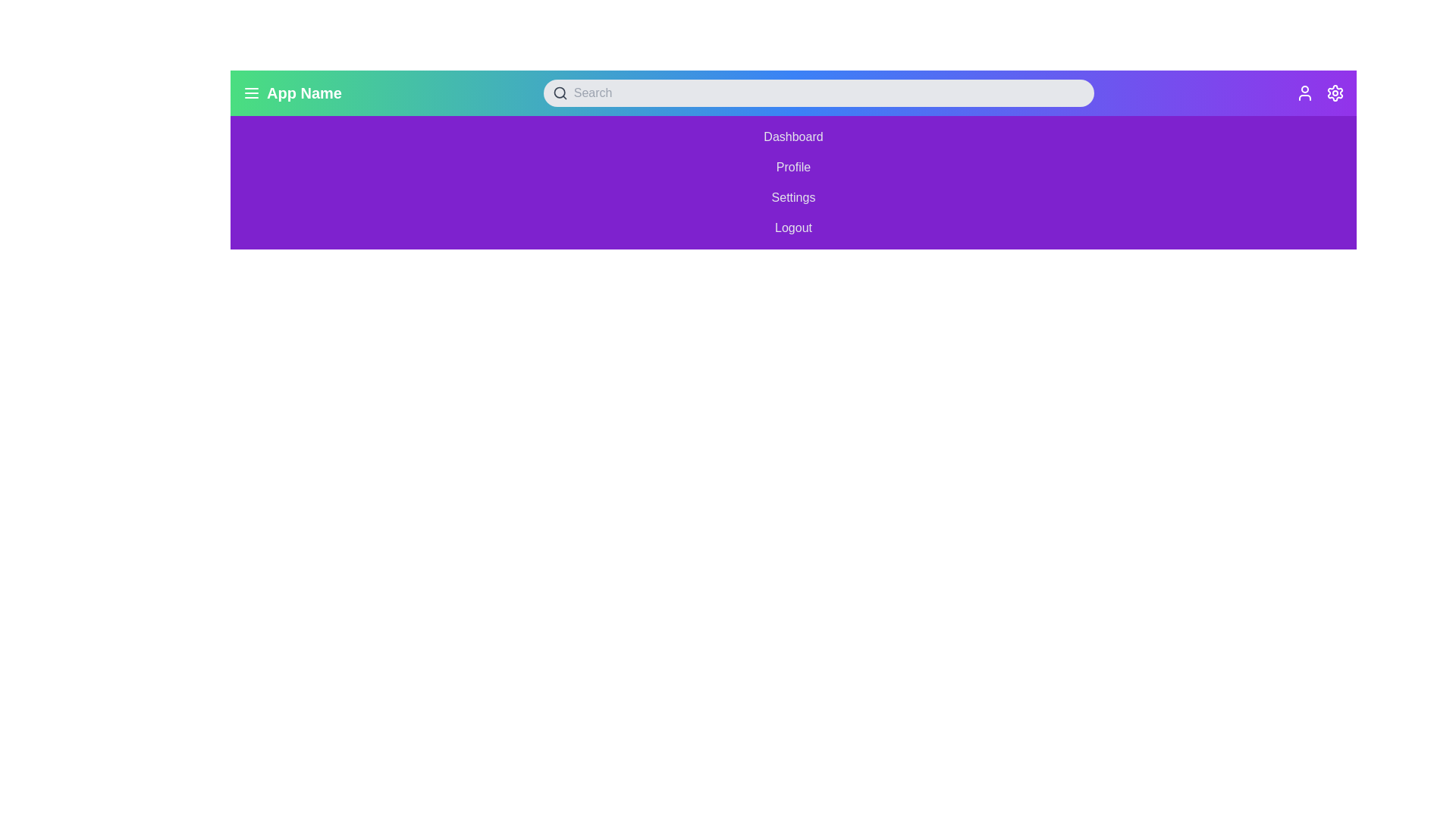 This screenshot has height=819, width=1456. I want to click on the hamburger menu icon located in the header bar, so click(251, 93).